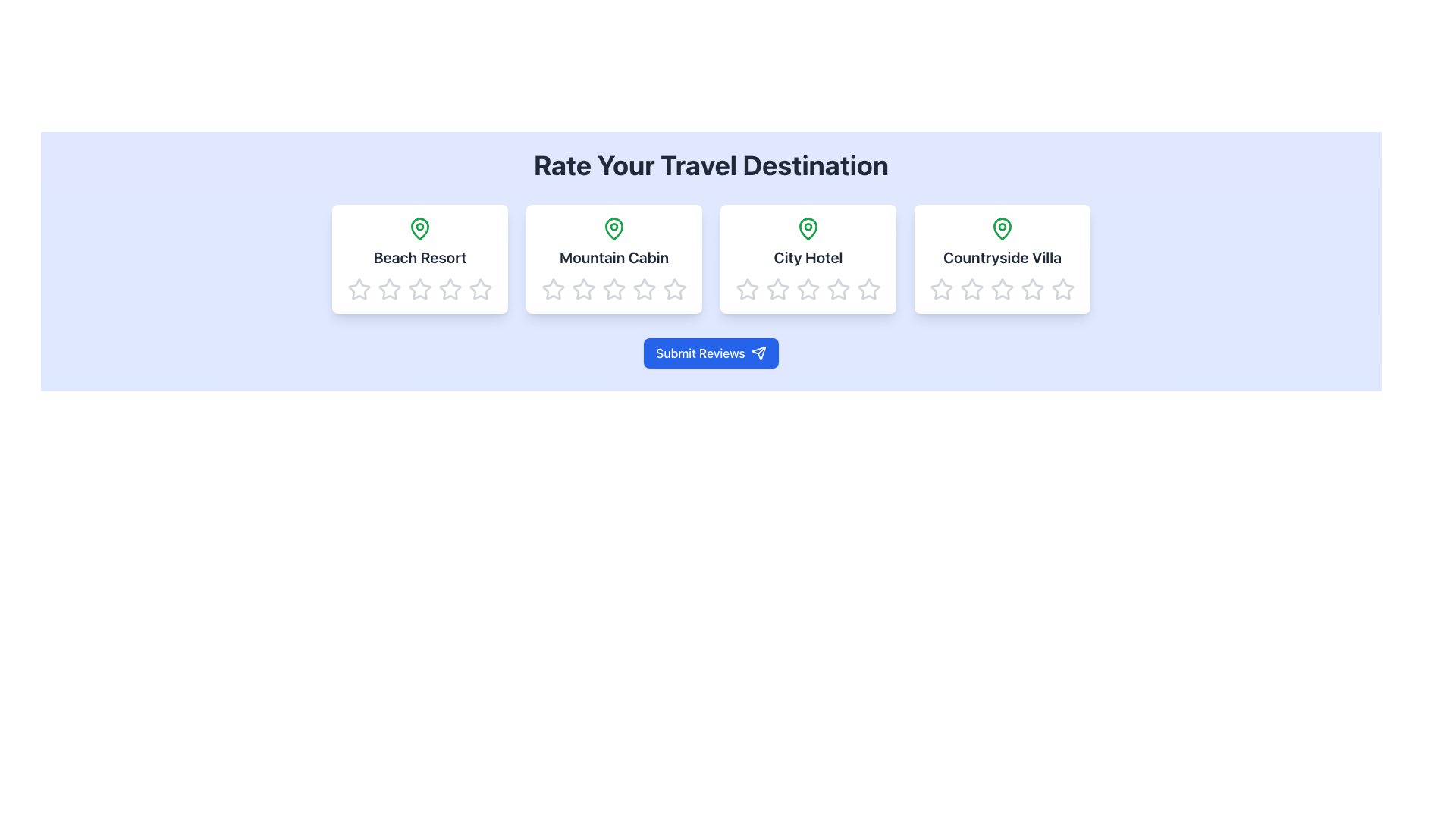  I want to click on the fifth star icon to rate 'Countryside Villa' in the user interface, so click(1062, 289).